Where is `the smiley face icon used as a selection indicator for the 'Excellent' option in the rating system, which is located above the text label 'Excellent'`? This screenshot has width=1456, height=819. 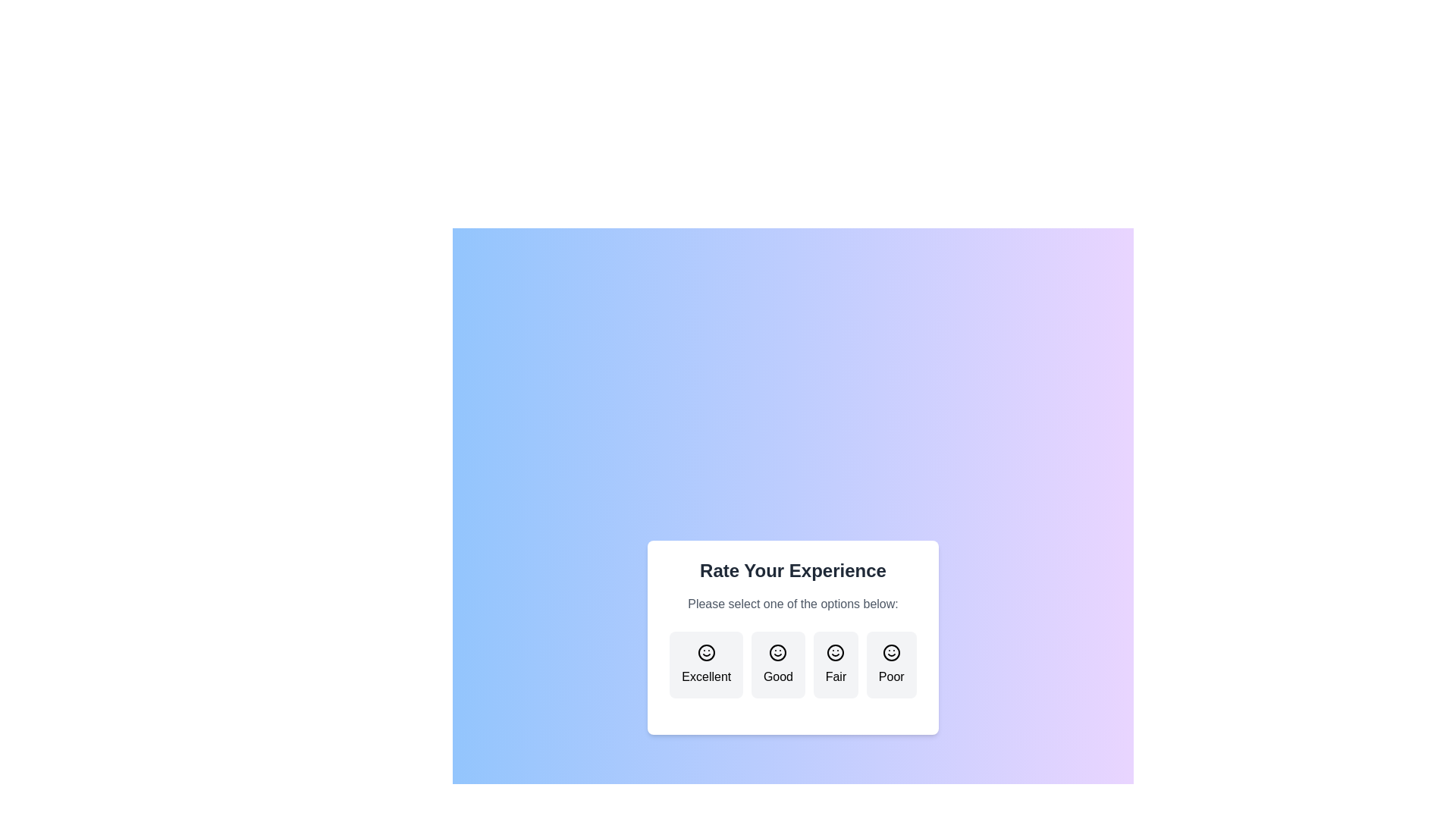 the smiley face icon used as a selection indicator for the 'Excellent' option in the rating system, which is located above the text label 'Excellent' is located at coordinates (705, 651).